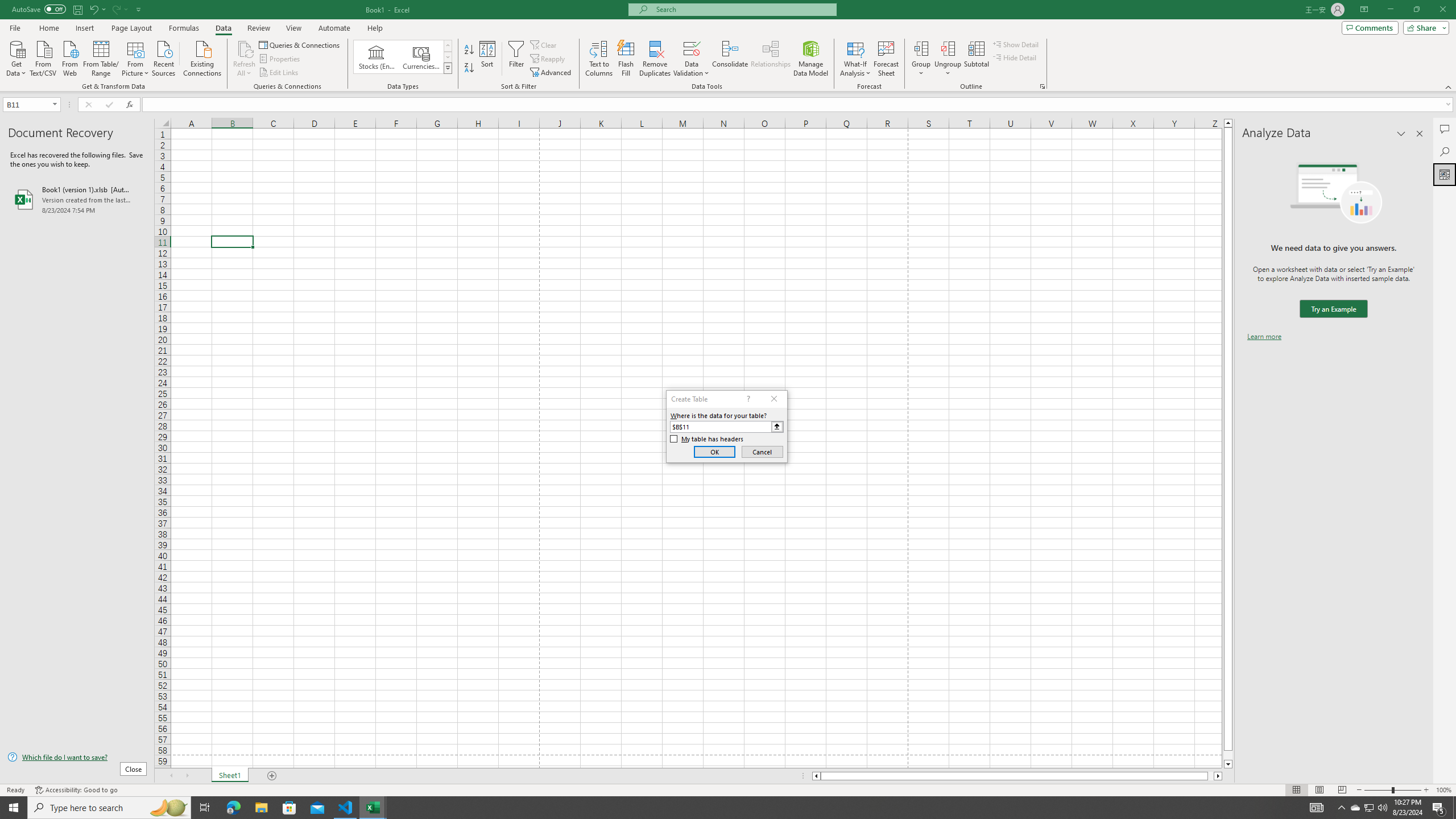  I want to click on 'Sort Z to A', so click(469, 67).